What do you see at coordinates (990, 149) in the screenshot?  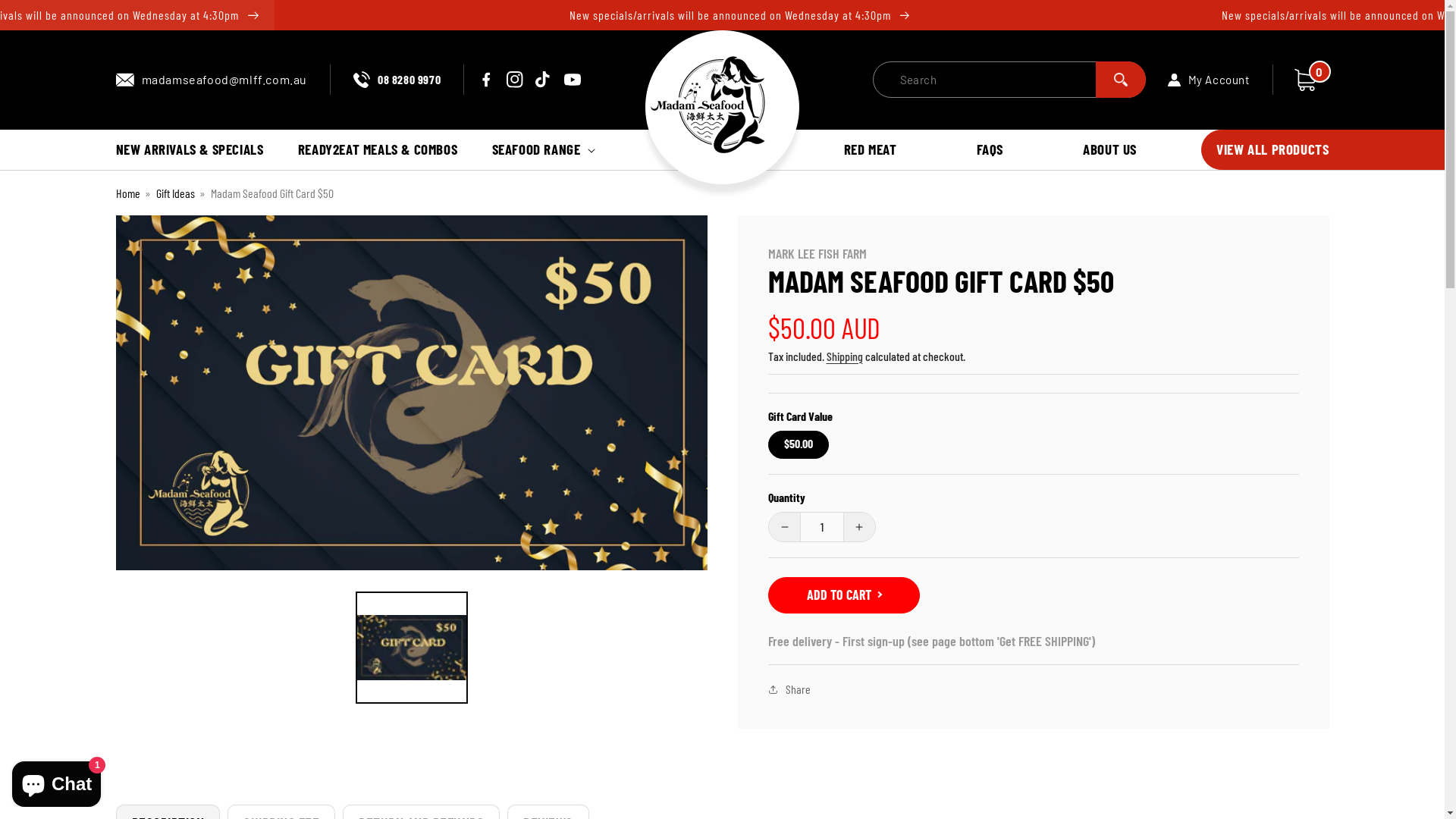 I see `'FAQS'` at bounding box center [990, 149].